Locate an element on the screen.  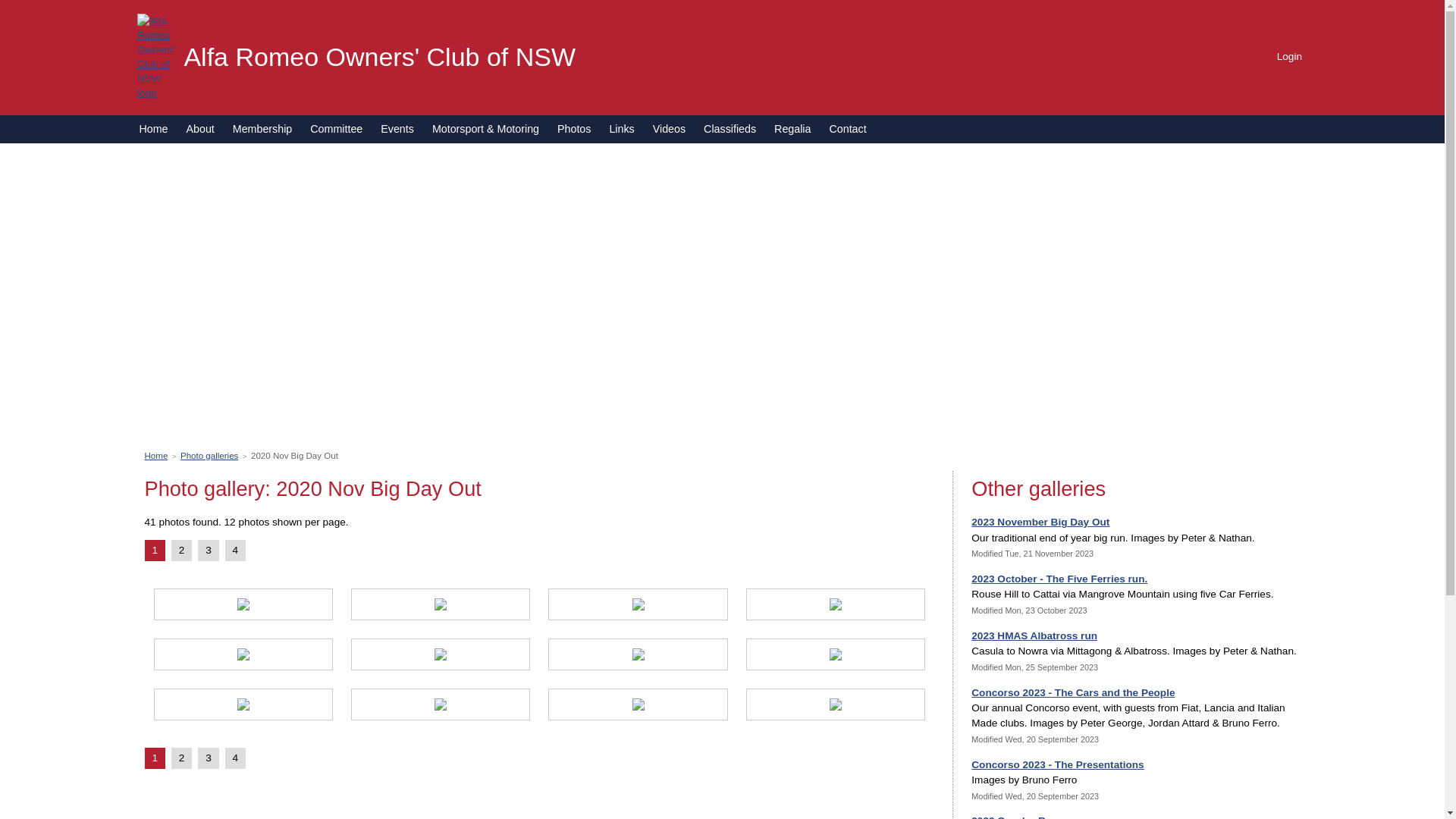
'Photo galleries' is located at coordinates (208, 455).